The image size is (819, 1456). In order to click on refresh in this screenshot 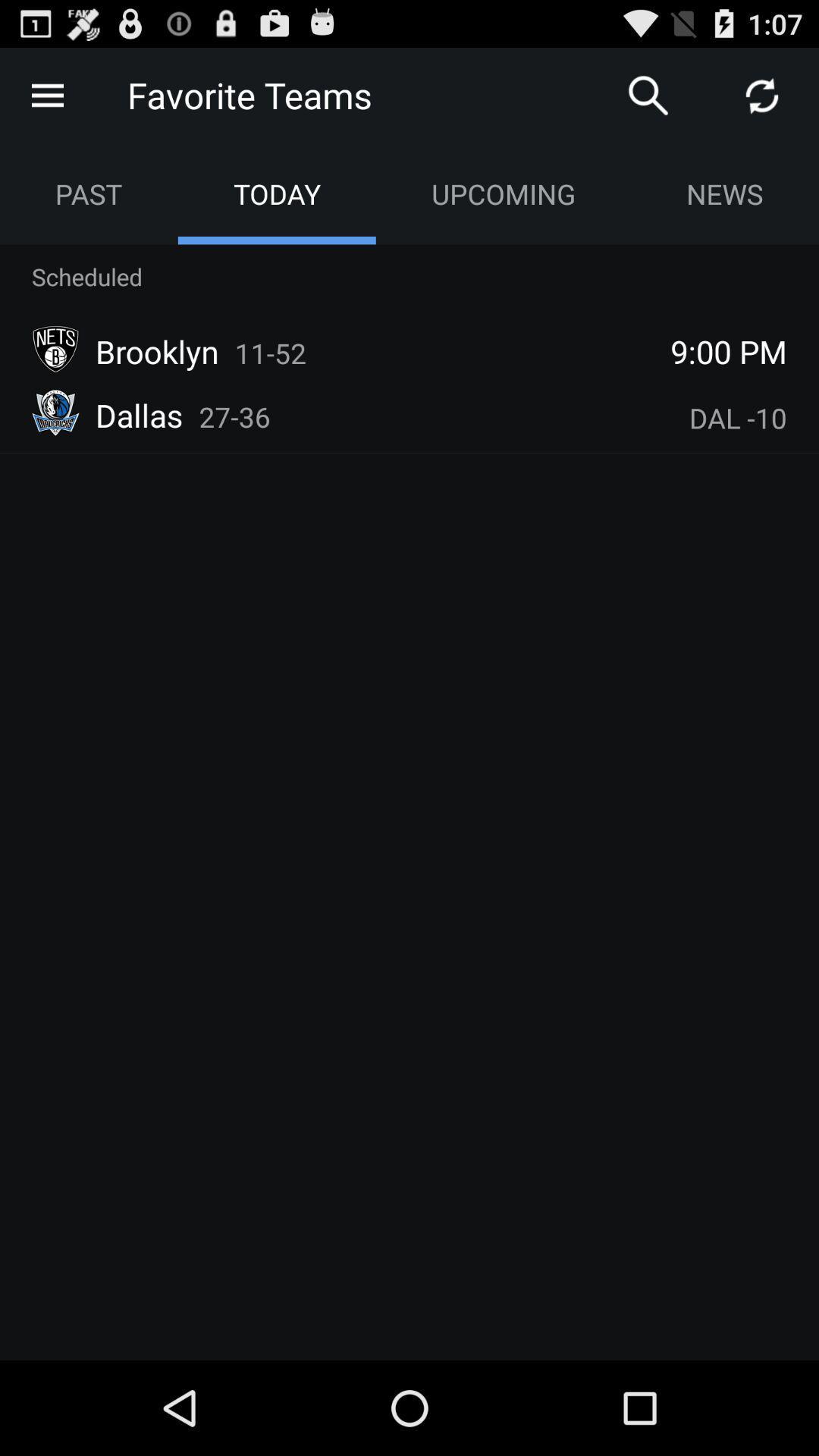, I will do `click(762, 94)`.